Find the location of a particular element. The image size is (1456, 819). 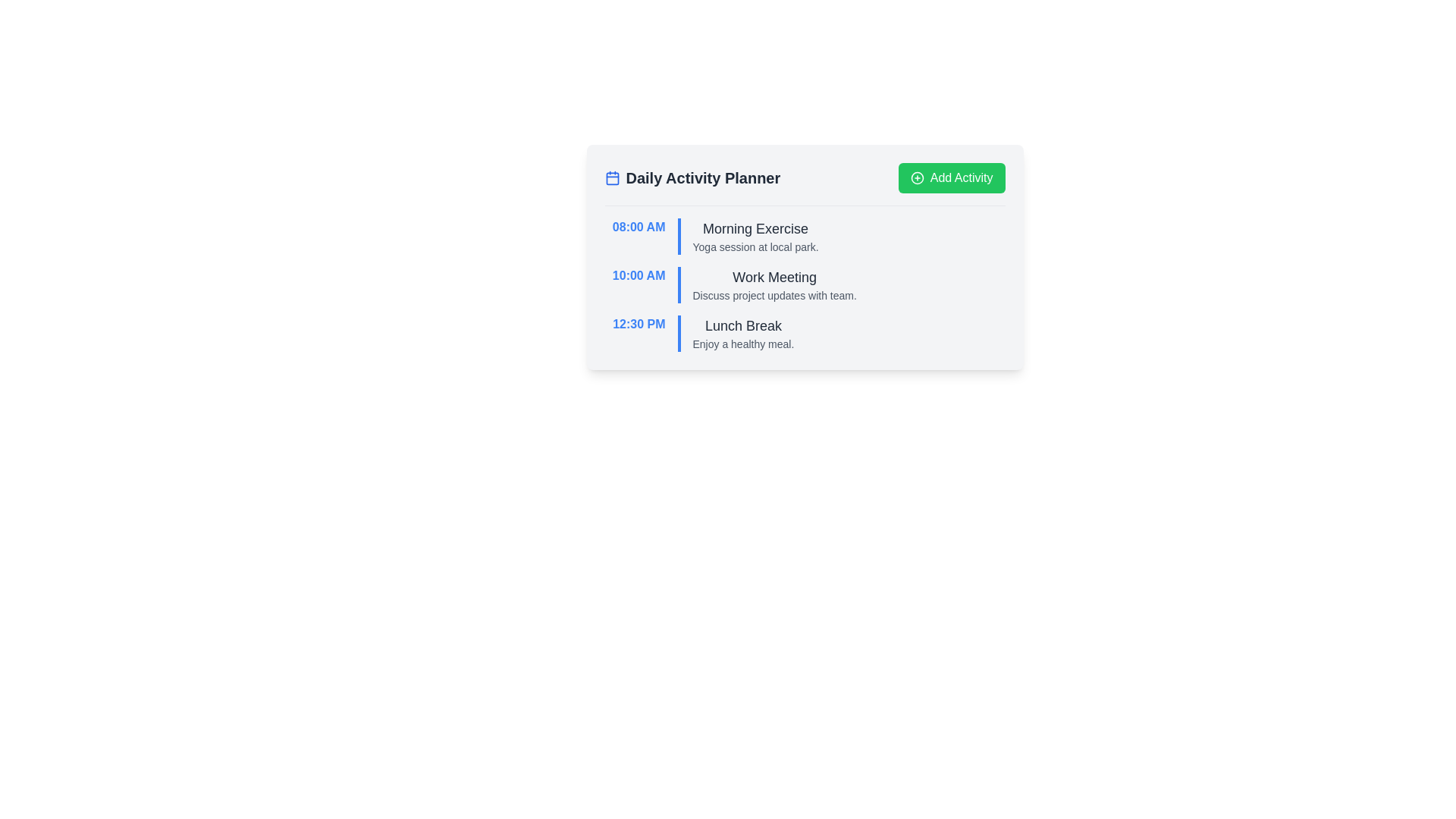

the blue calendar icon located to the left of the 'Daily Activity Planner' text in the header area of the activity planner card is located at coordinates (612, 177).